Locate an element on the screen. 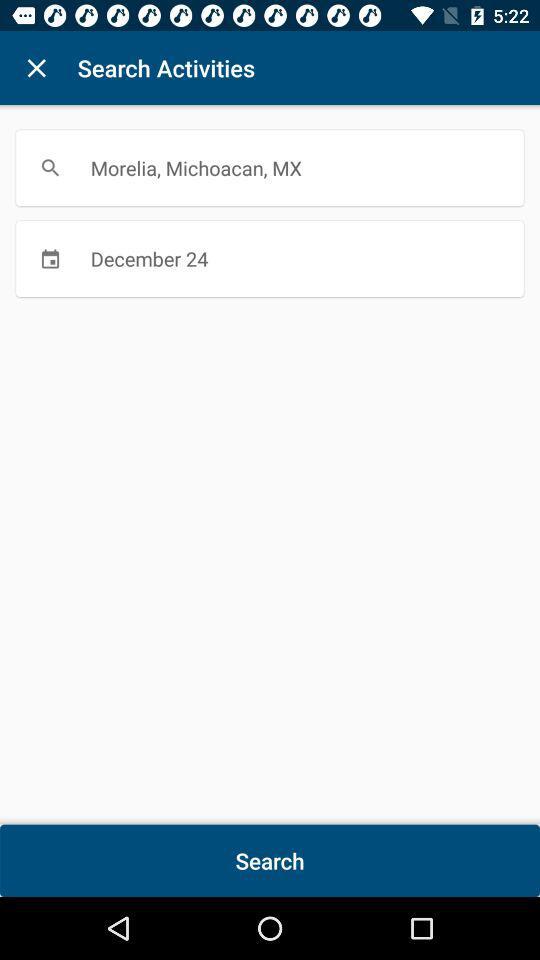  item to the left of the search activities item is located at coordinates (36, 68).